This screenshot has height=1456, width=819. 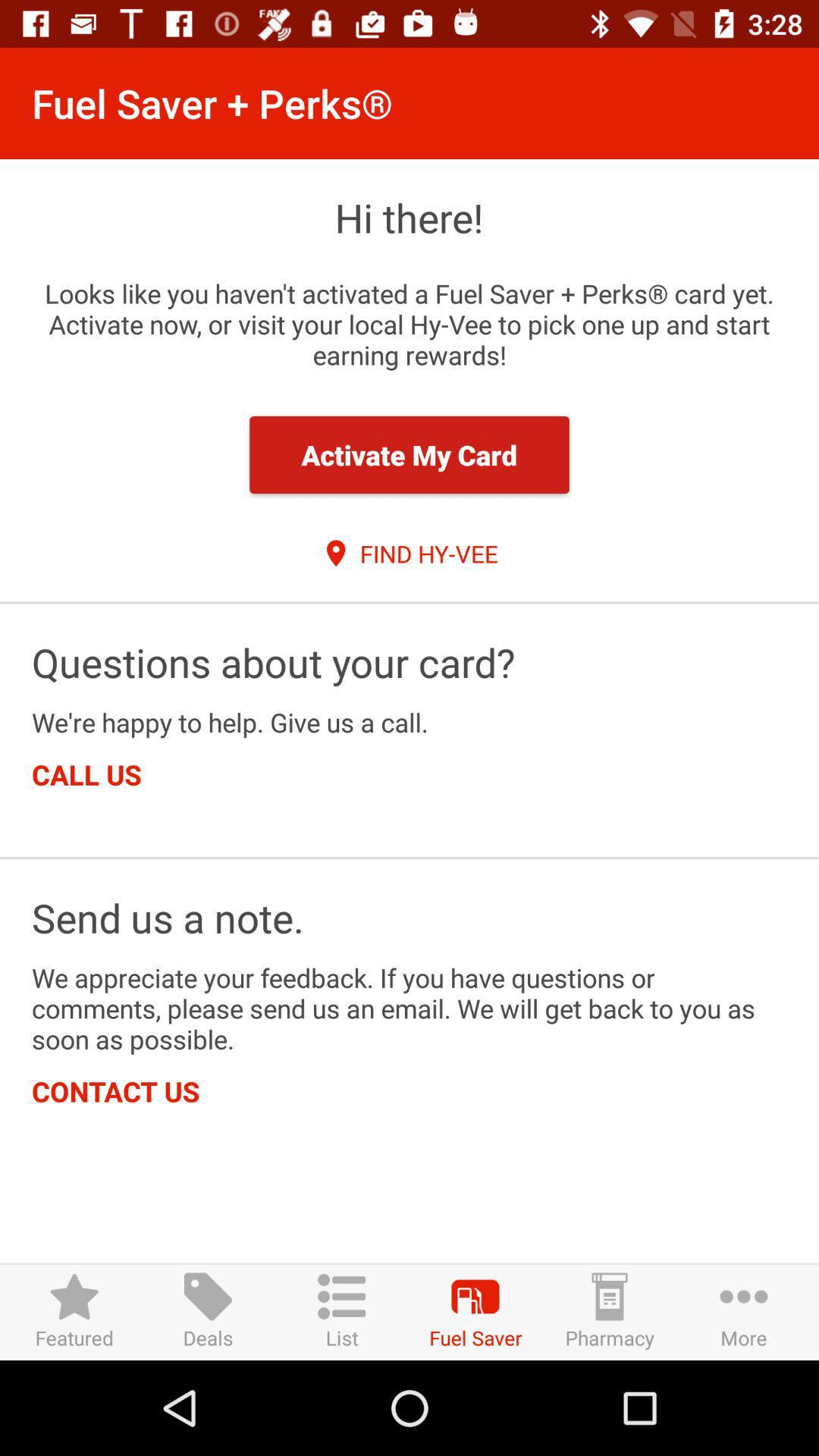 What do you see at coordinates (74, 1311) in the screenshot?
I see `featured item` at bounding box center [74, 1311].